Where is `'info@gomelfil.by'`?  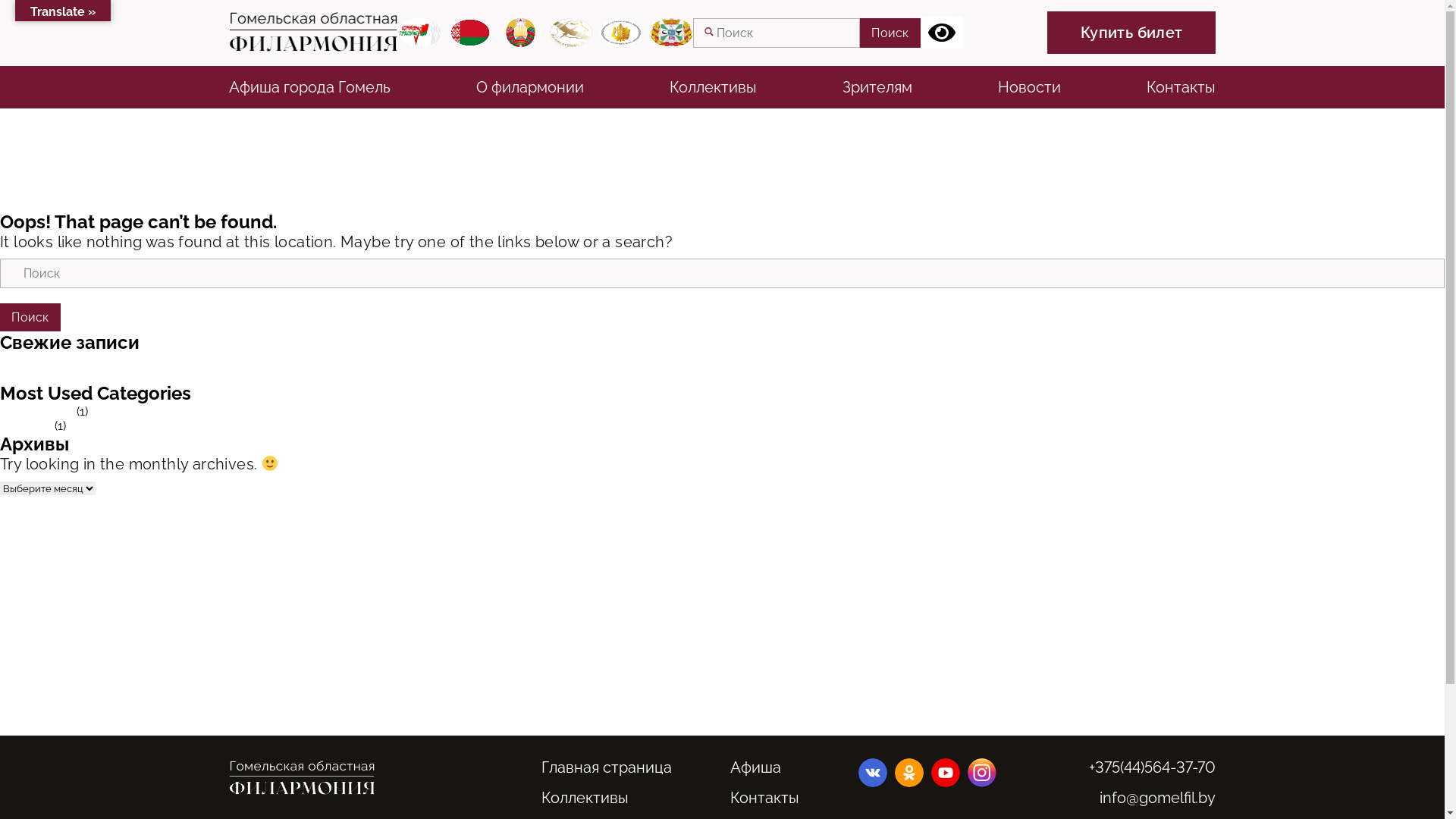 'info@gomelfil.by' is located at coordinates (1099, 797).